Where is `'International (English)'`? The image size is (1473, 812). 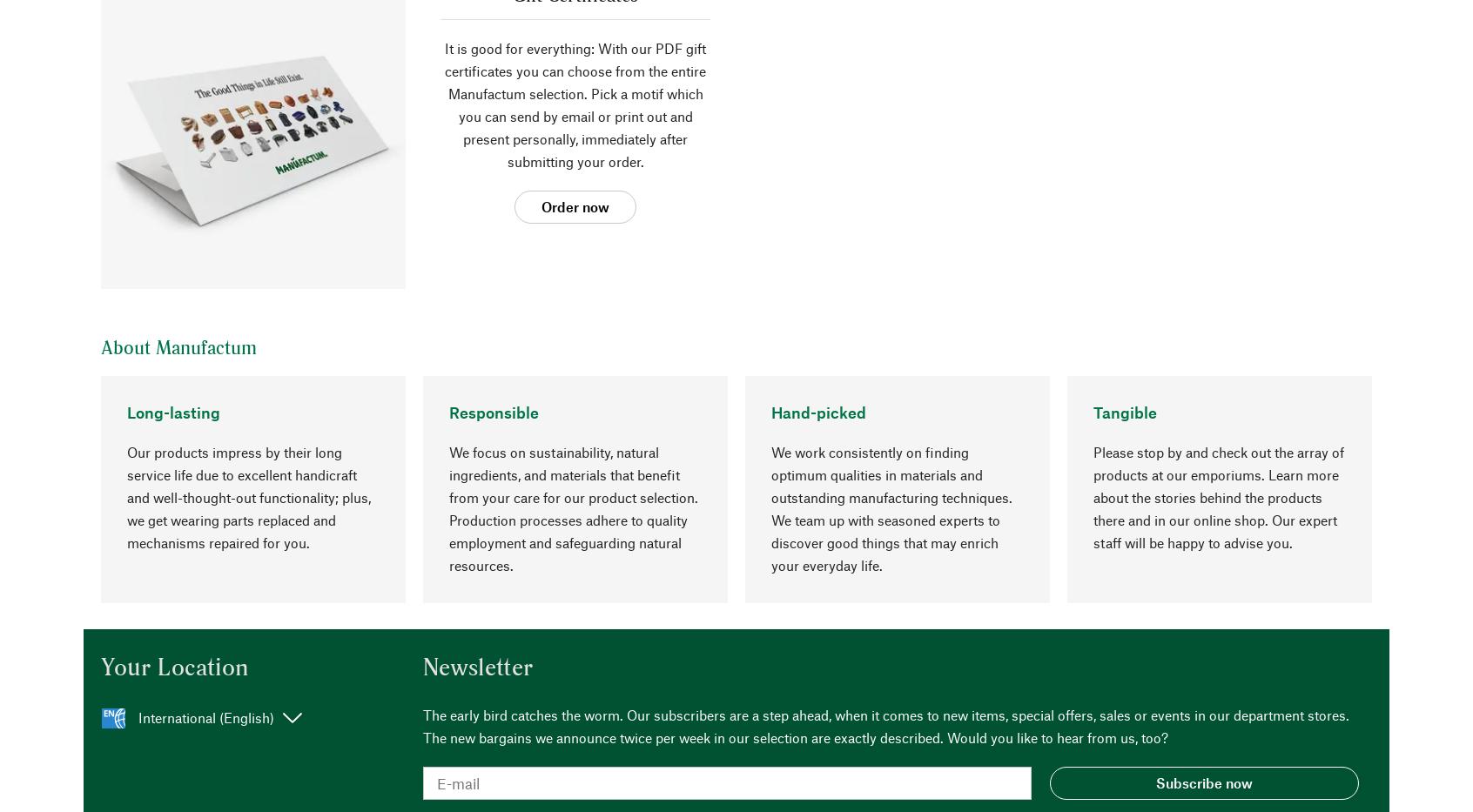 'International (English)' is located at coordinates (206, 716).